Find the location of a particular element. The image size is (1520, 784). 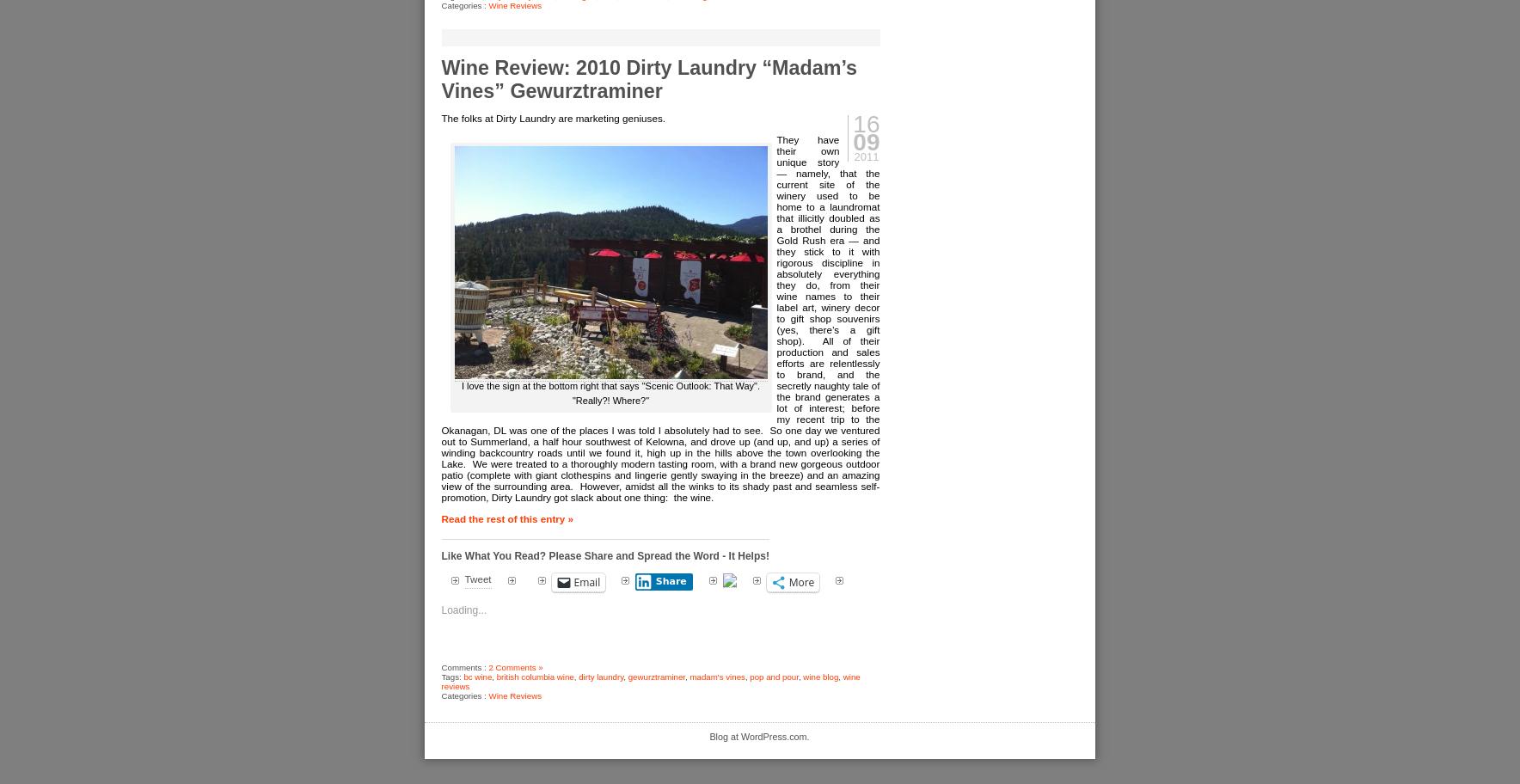

'pop and pour' is located at coordinates (772, 677).